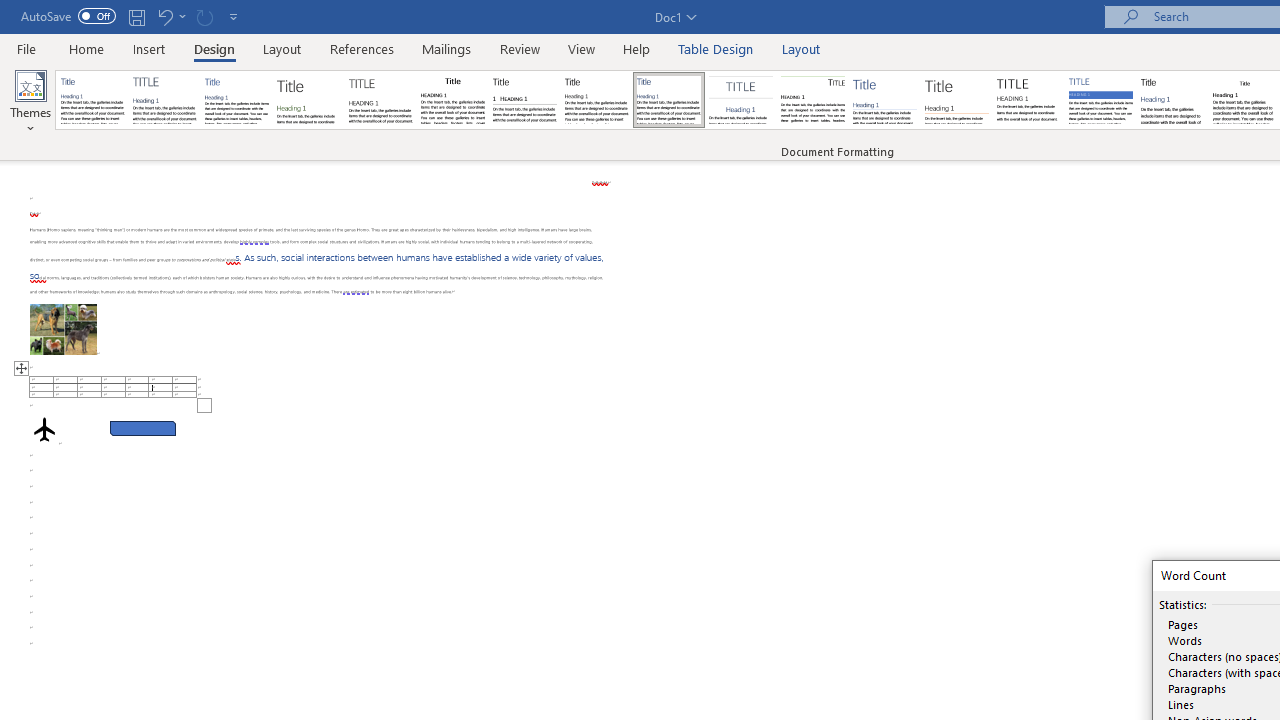  I want to click on 'System', so click(10, 11).